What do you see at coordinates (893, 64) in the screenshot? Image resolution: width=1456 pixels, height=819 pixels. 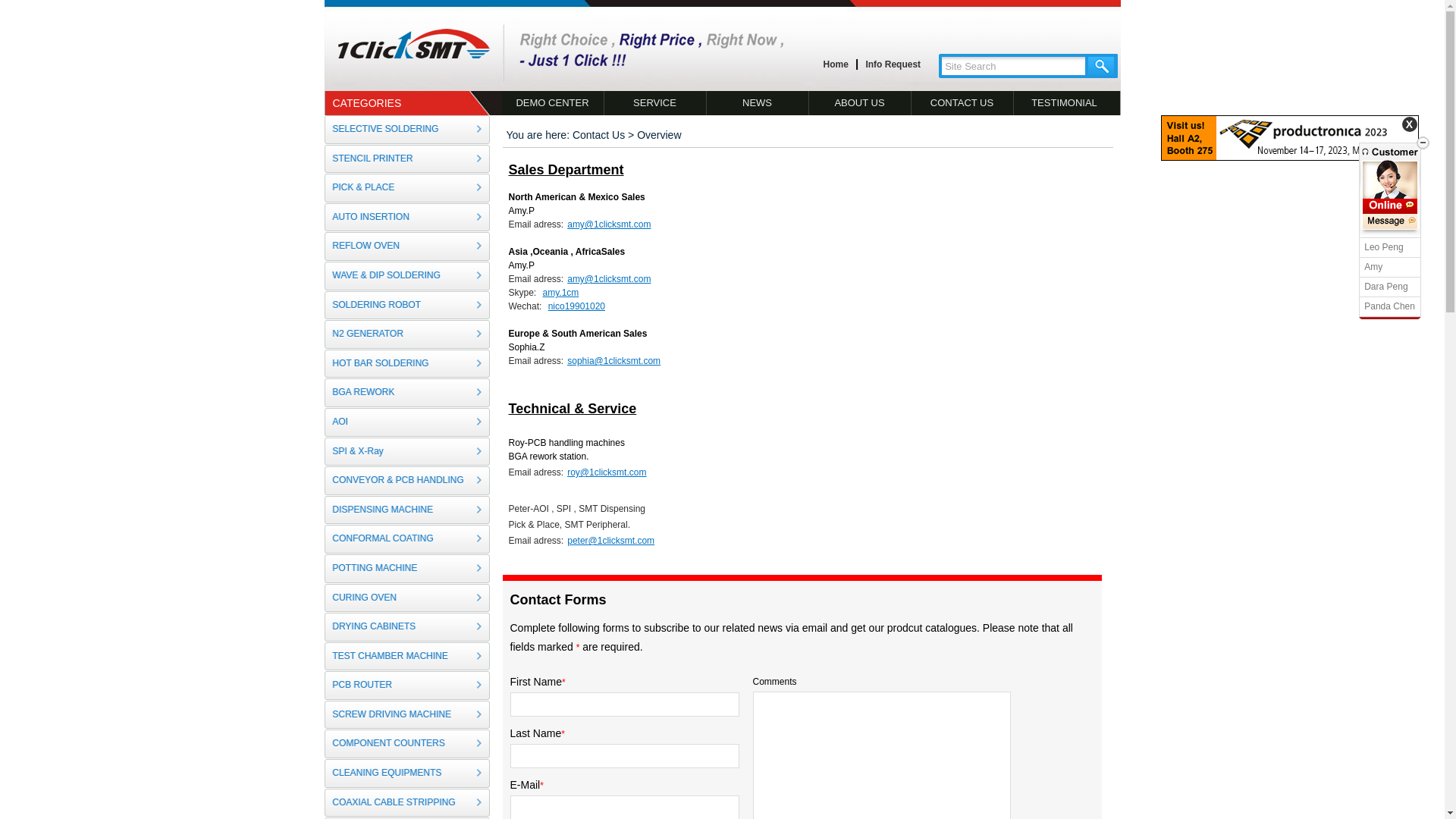 I see `'Info Request'` at bounding box center [893, 64].